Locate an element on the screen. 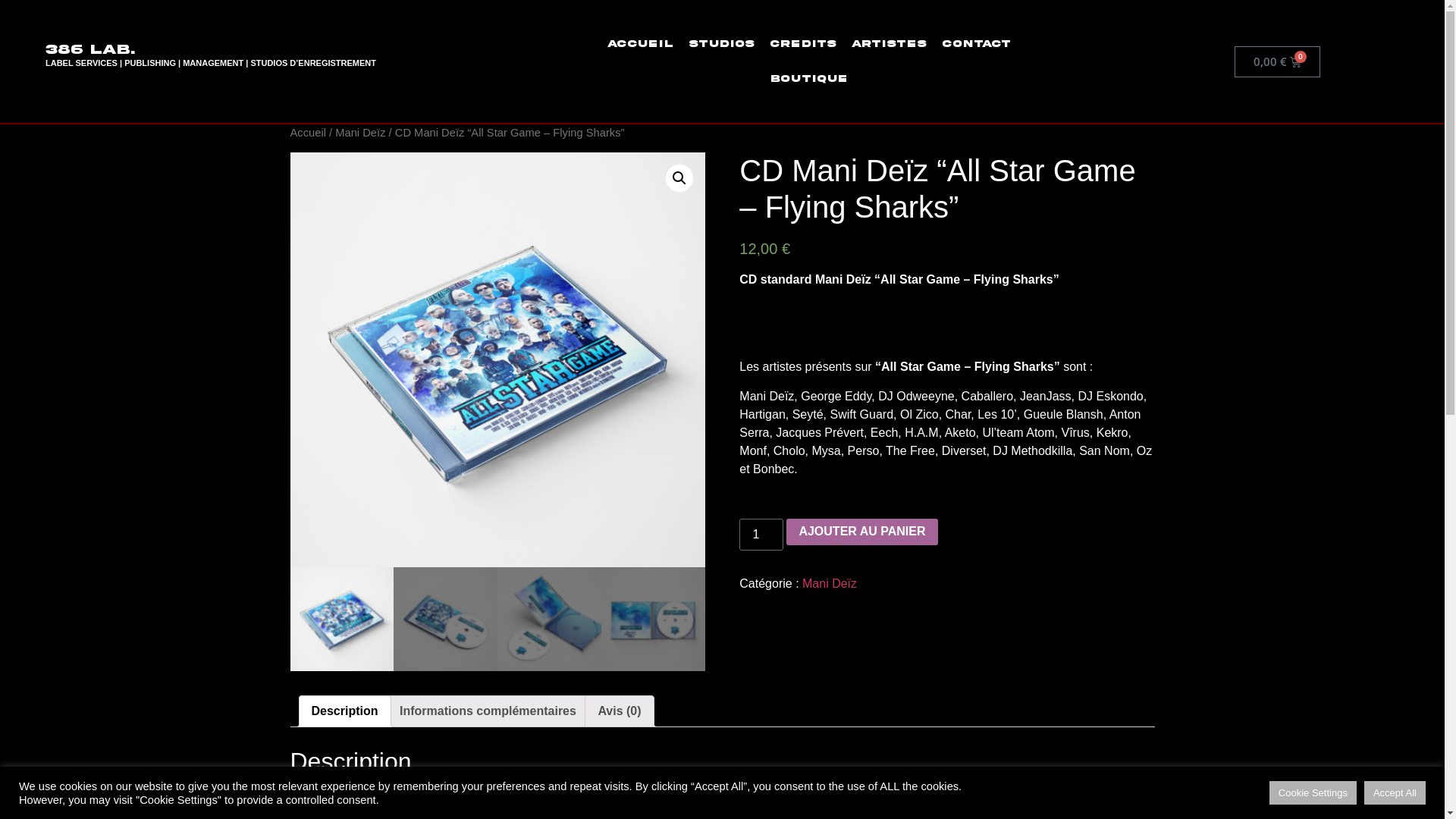 The image size is (1456, 819). 'Boutique' is located at coordinates (808, 79).